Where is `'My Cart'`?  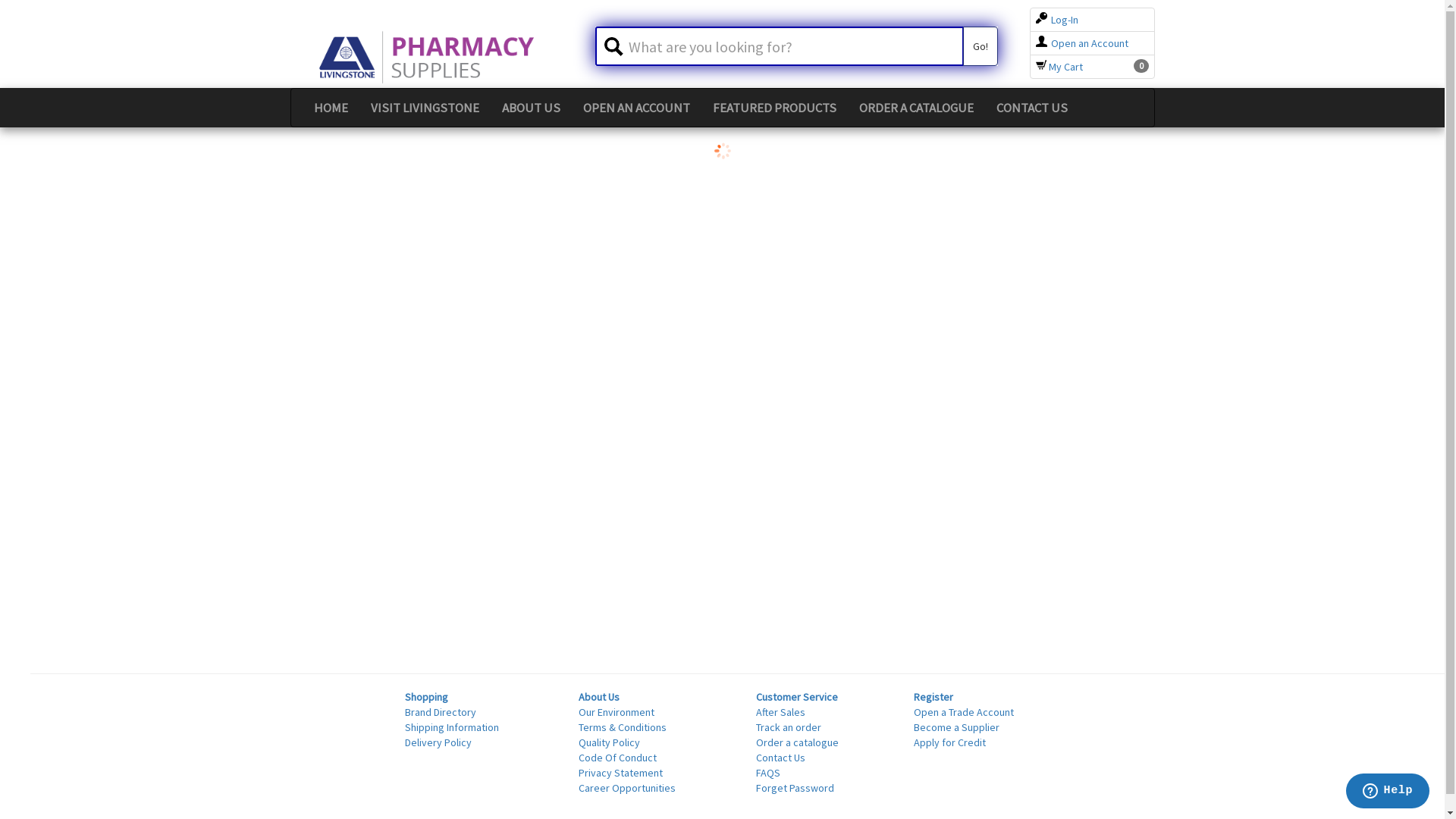
'My Cart' is located at coordinates (1058, 66).